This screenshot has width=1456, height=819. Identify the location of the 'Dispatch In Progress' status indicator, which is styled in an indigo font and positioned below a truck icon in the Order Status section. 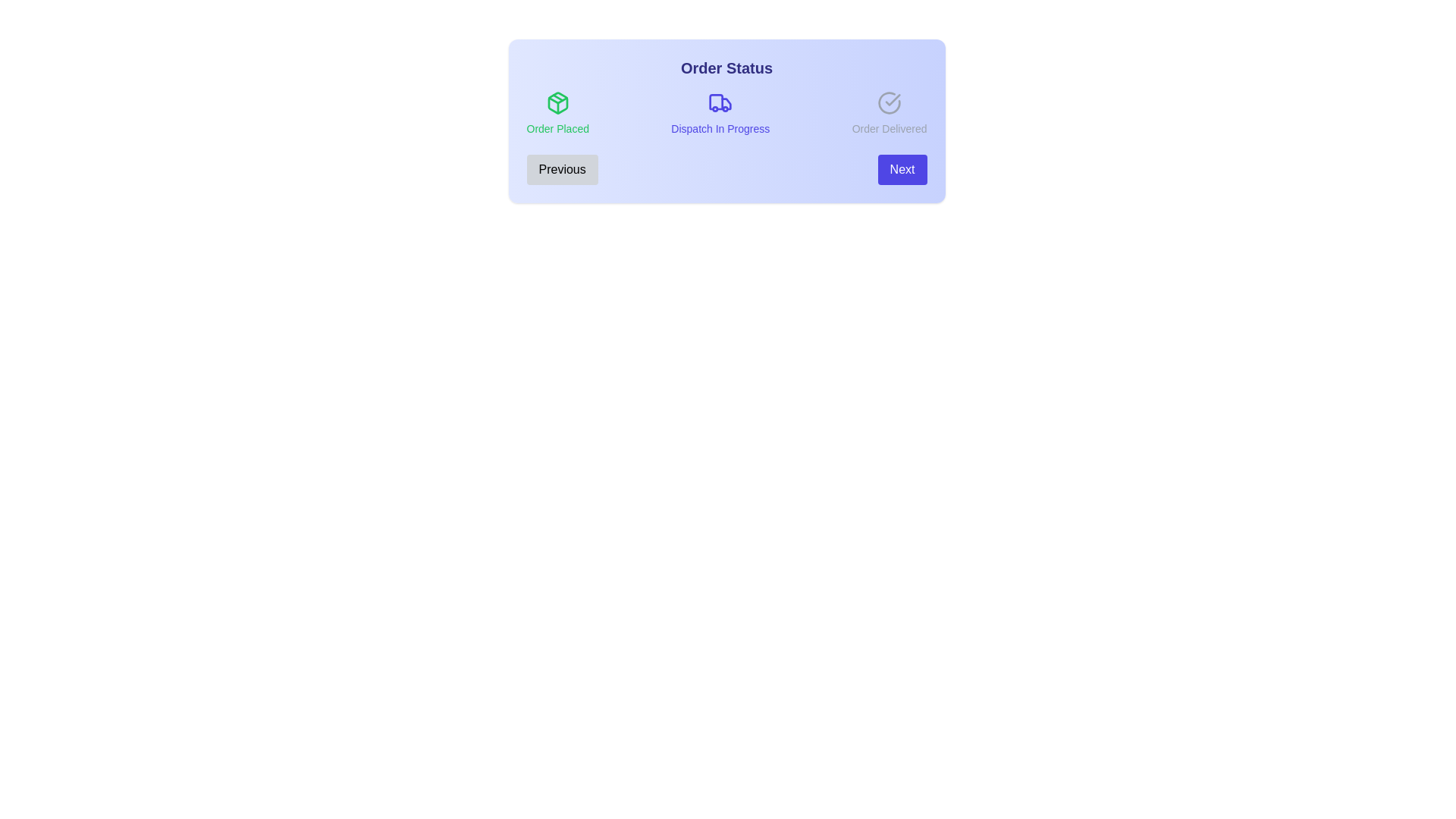
(720, 113).